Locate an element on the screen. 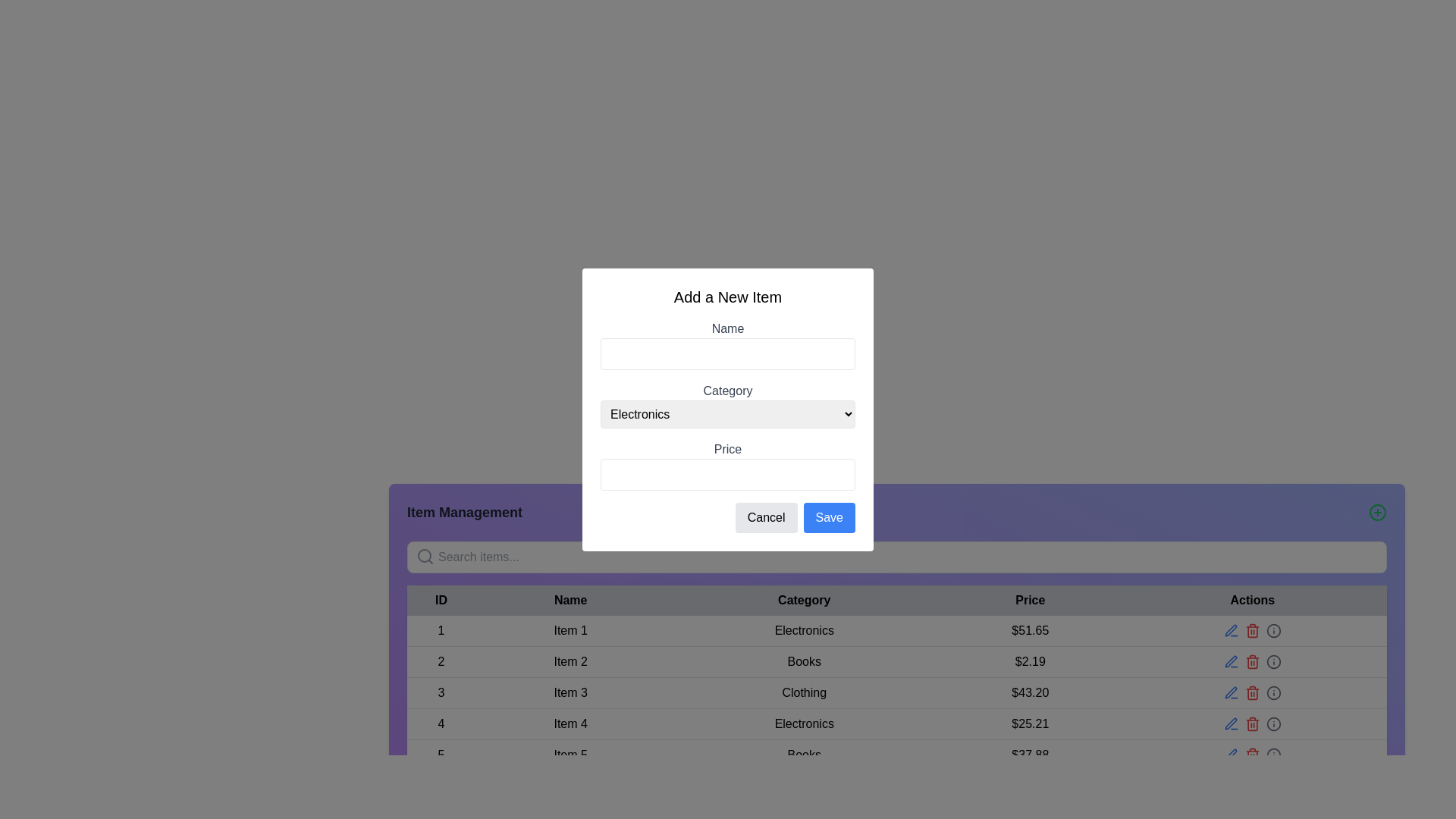 The image size is (1456, 819). the fifth column header in the table, which indicates actions related to the table entries is located at coordinates (1252, 599).